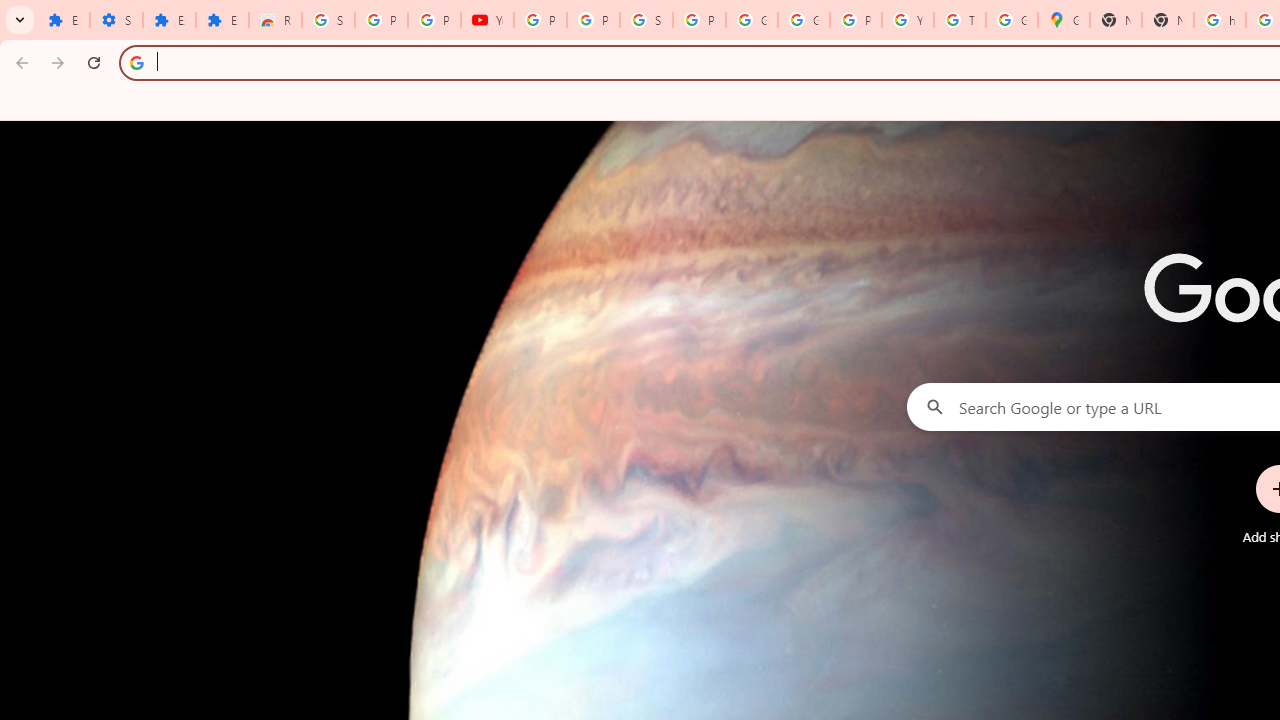 The height and width of the screenshot is (720, 1280). I want to click on 'Extensions', so click(222, 20).